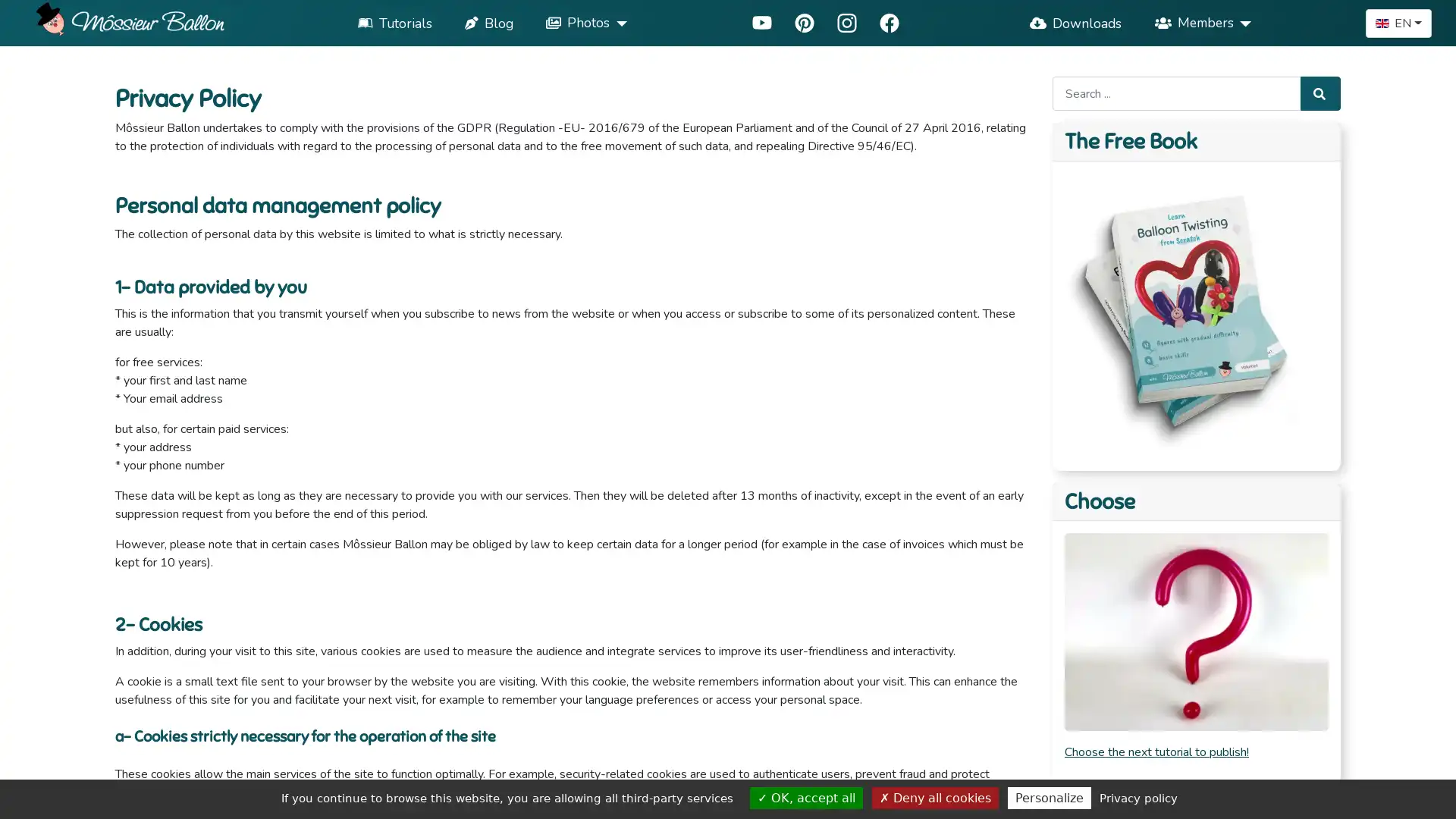 The width and height of the screenshot is (1456, 819). What do you see at coordinates (805, 797) in the screenshot?
I see `OK, accept all` at bounding box center [805, 797].